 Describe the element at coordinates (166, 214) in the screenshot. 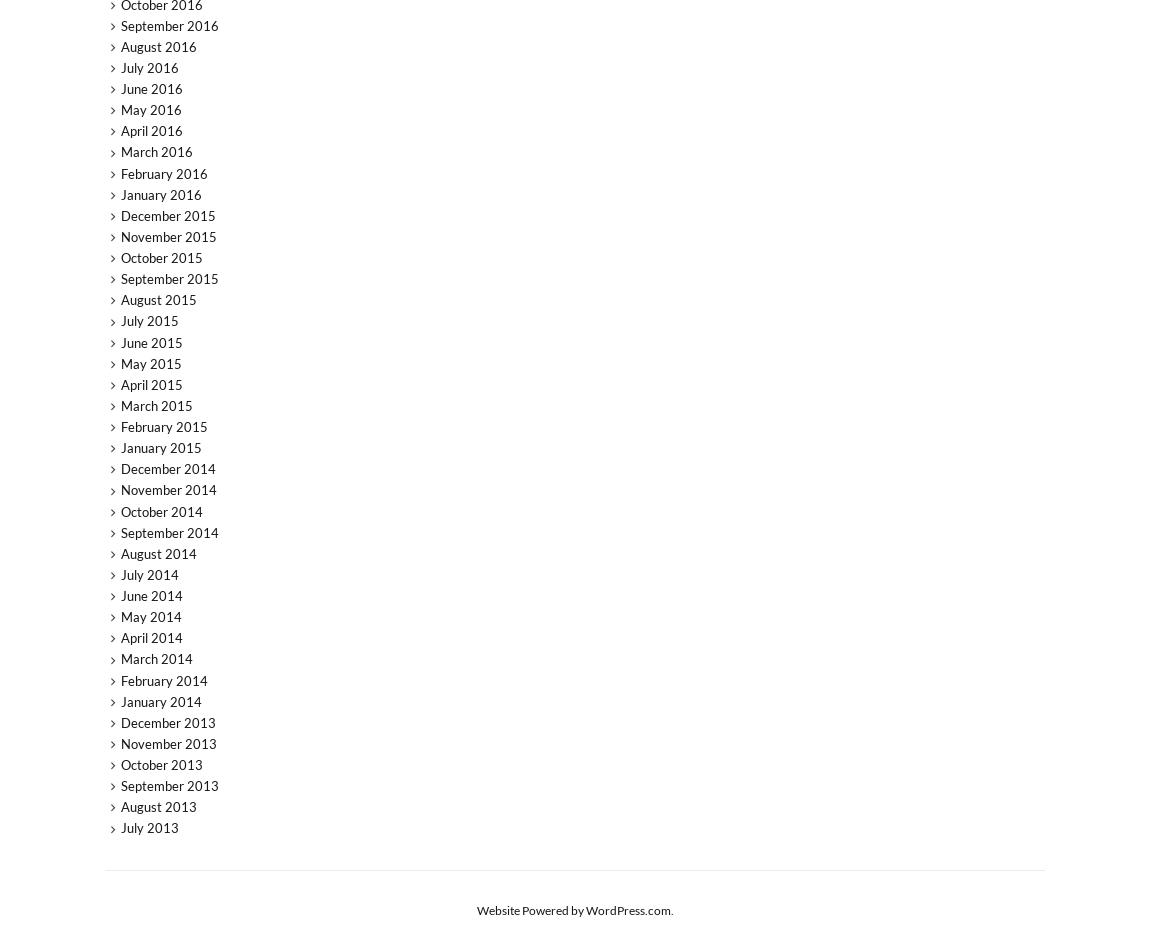

I see `'December 2015'` at that location.